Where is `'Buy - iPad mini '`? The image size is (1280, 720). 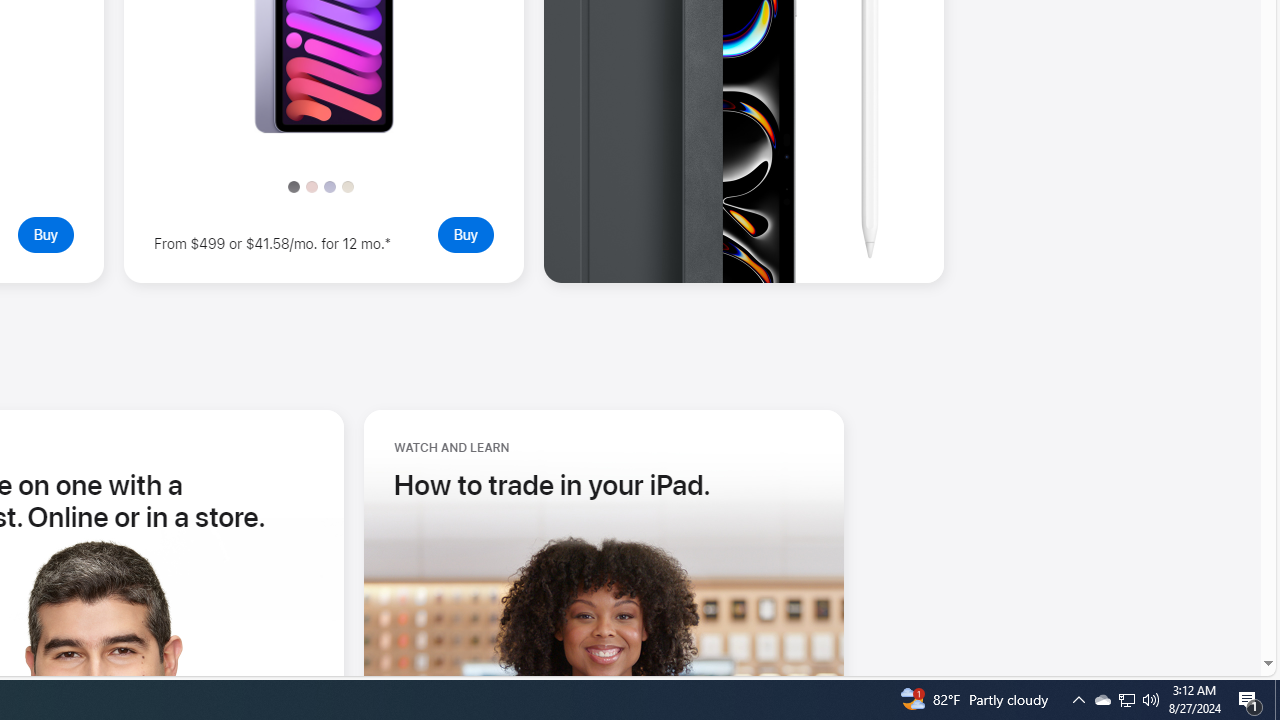
'Buy - iPad mini ' is located at coordinates (464, 233).